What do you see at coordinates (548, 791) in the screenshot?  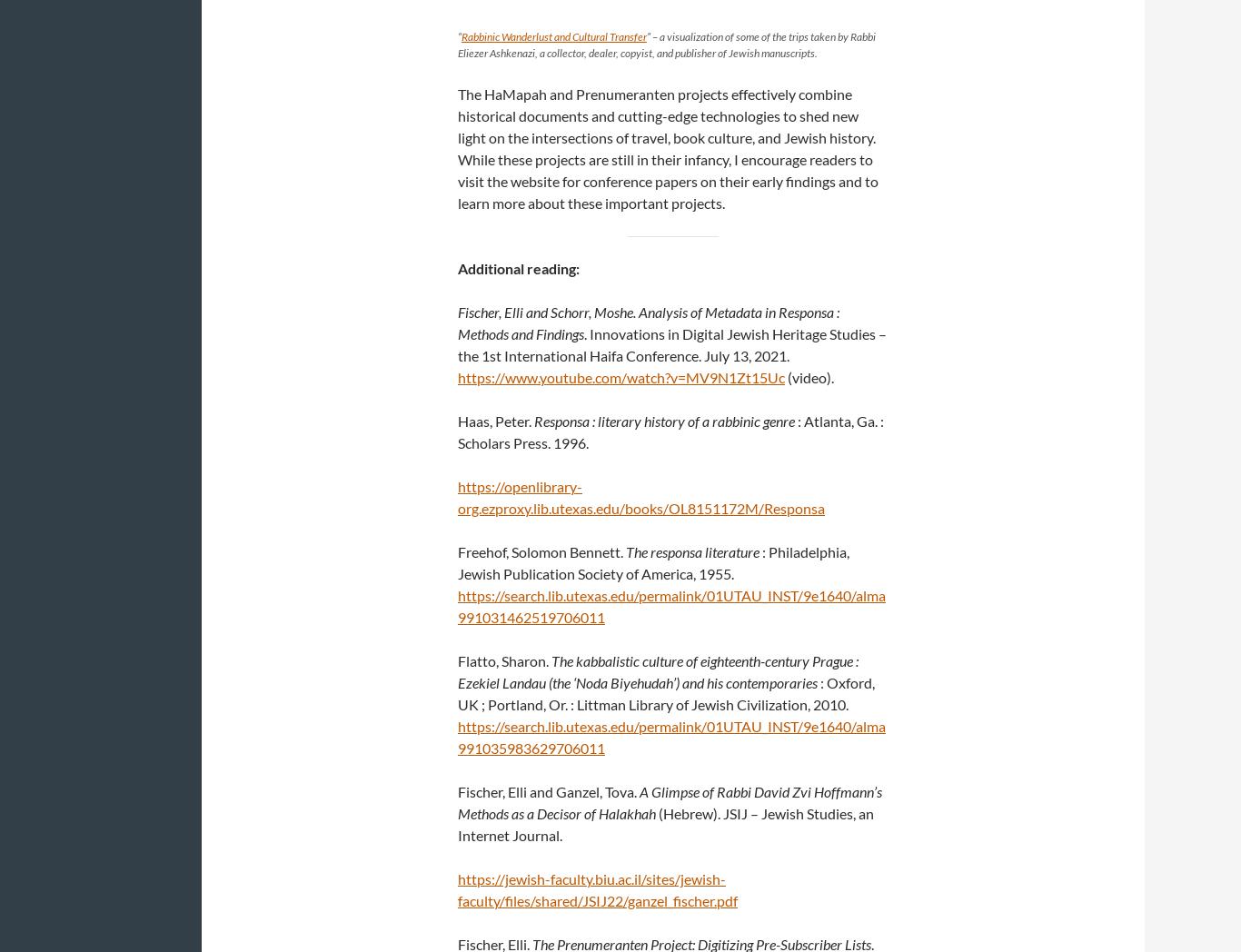 I see `'Fischer, Elli and Ganzel, Tova.'` at bounding box center [548, 791].